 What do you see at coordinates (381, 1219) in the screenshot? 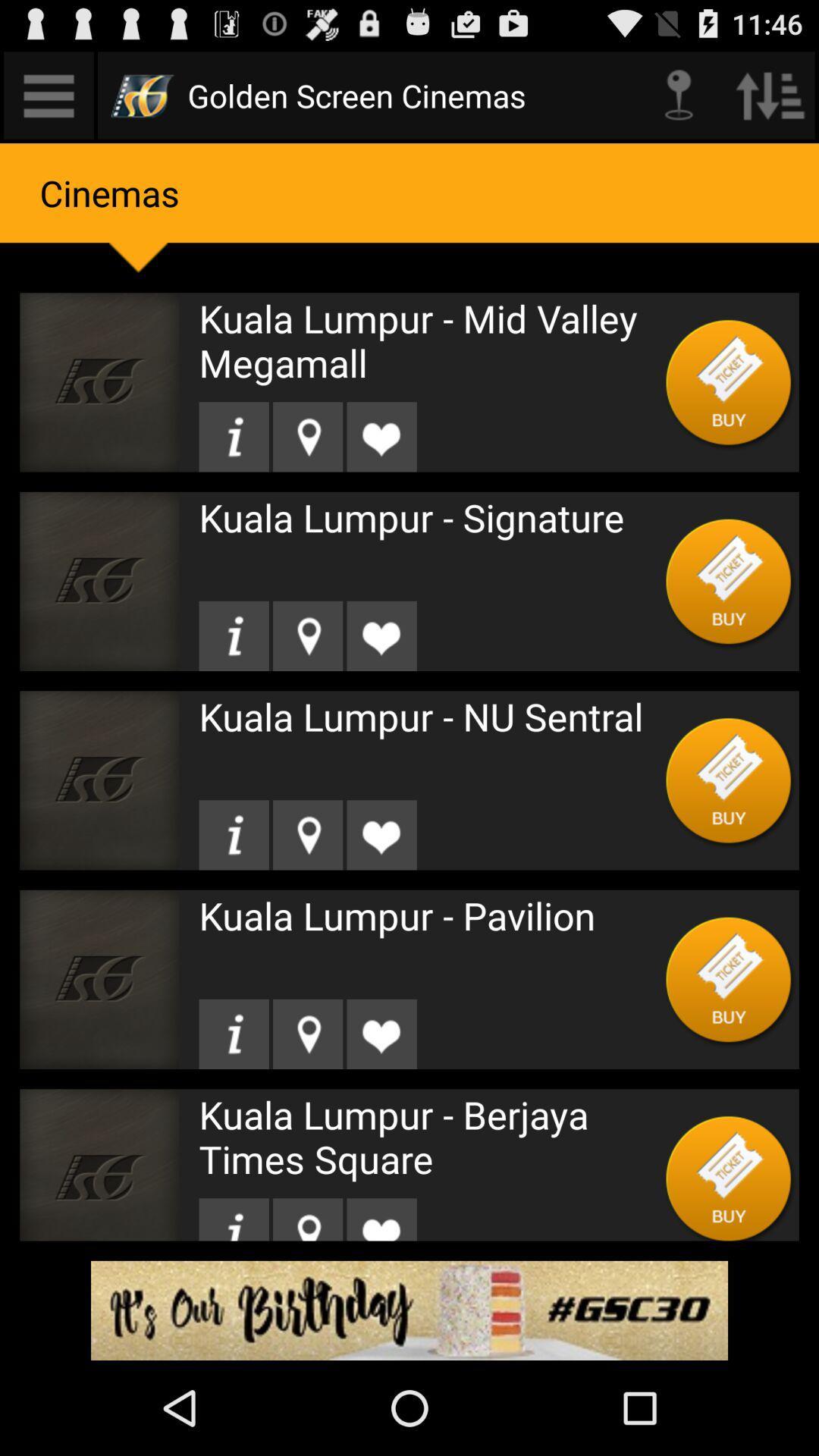
I see `to likes` at bounding box center [381, 1219].